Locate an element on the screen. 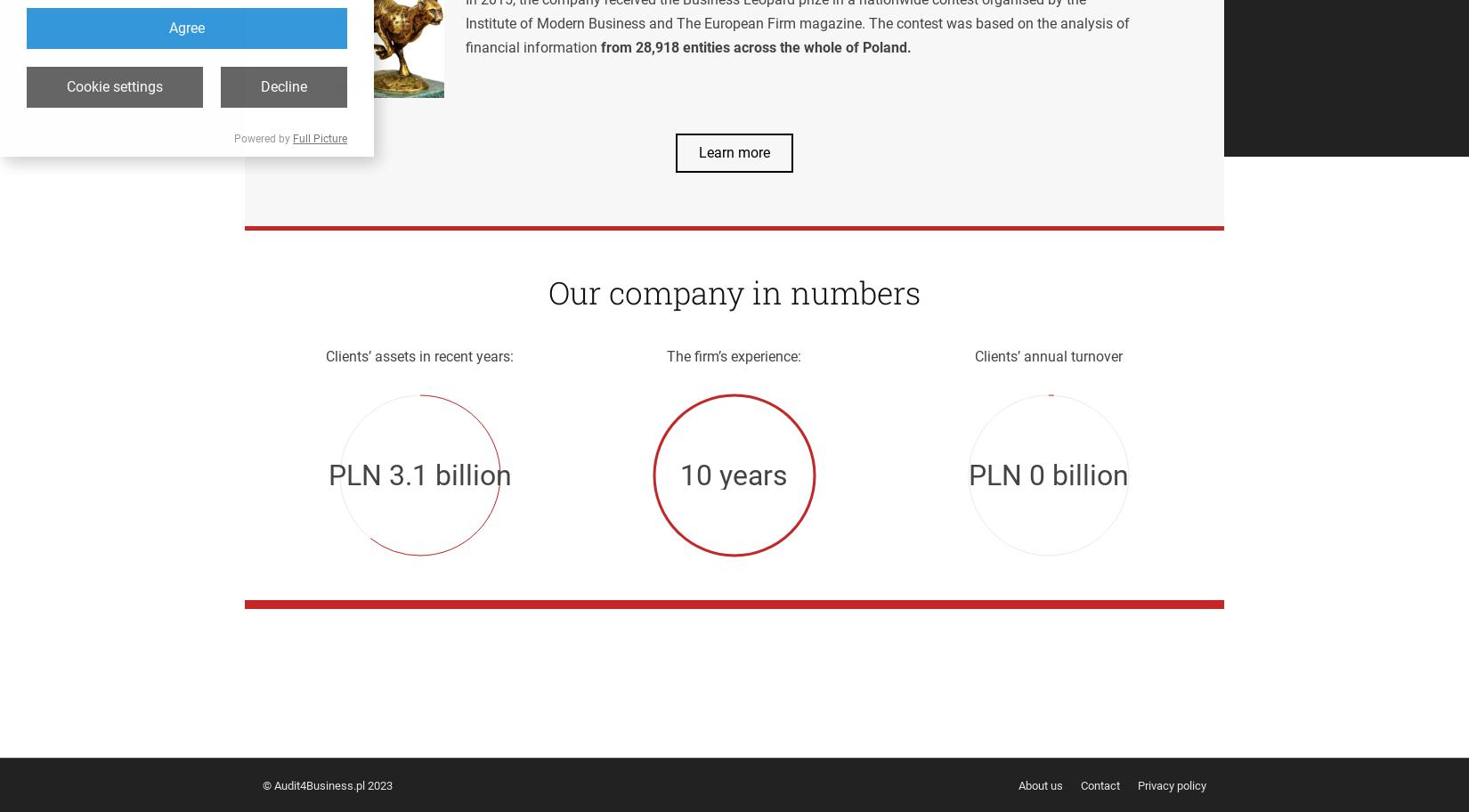 Image resolution: width=1469 pixels, height=812 pixels. 'Złote Tarasy' is located at coordinates (345, 655).